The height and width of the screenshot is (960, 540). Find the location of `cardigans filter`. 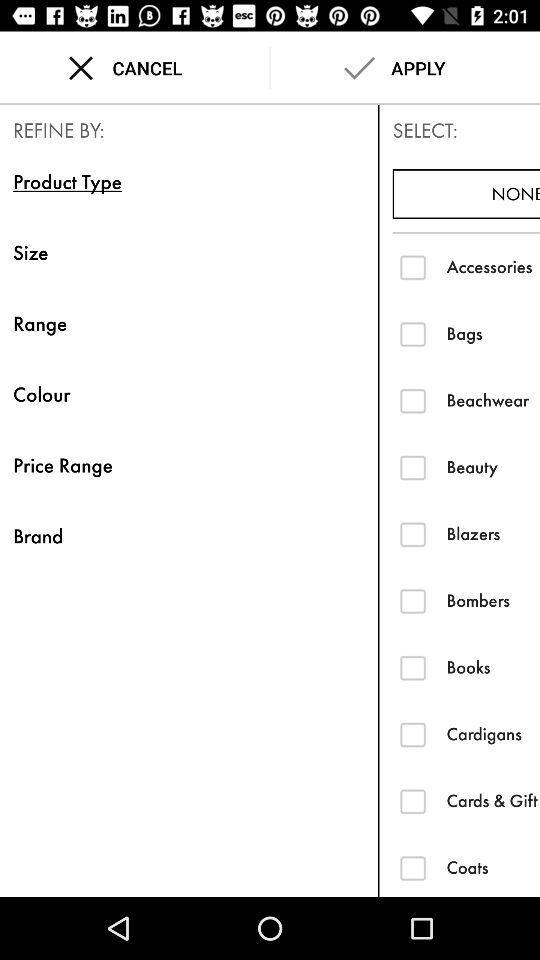

cardigans filter is located at coordinates (412, 733).